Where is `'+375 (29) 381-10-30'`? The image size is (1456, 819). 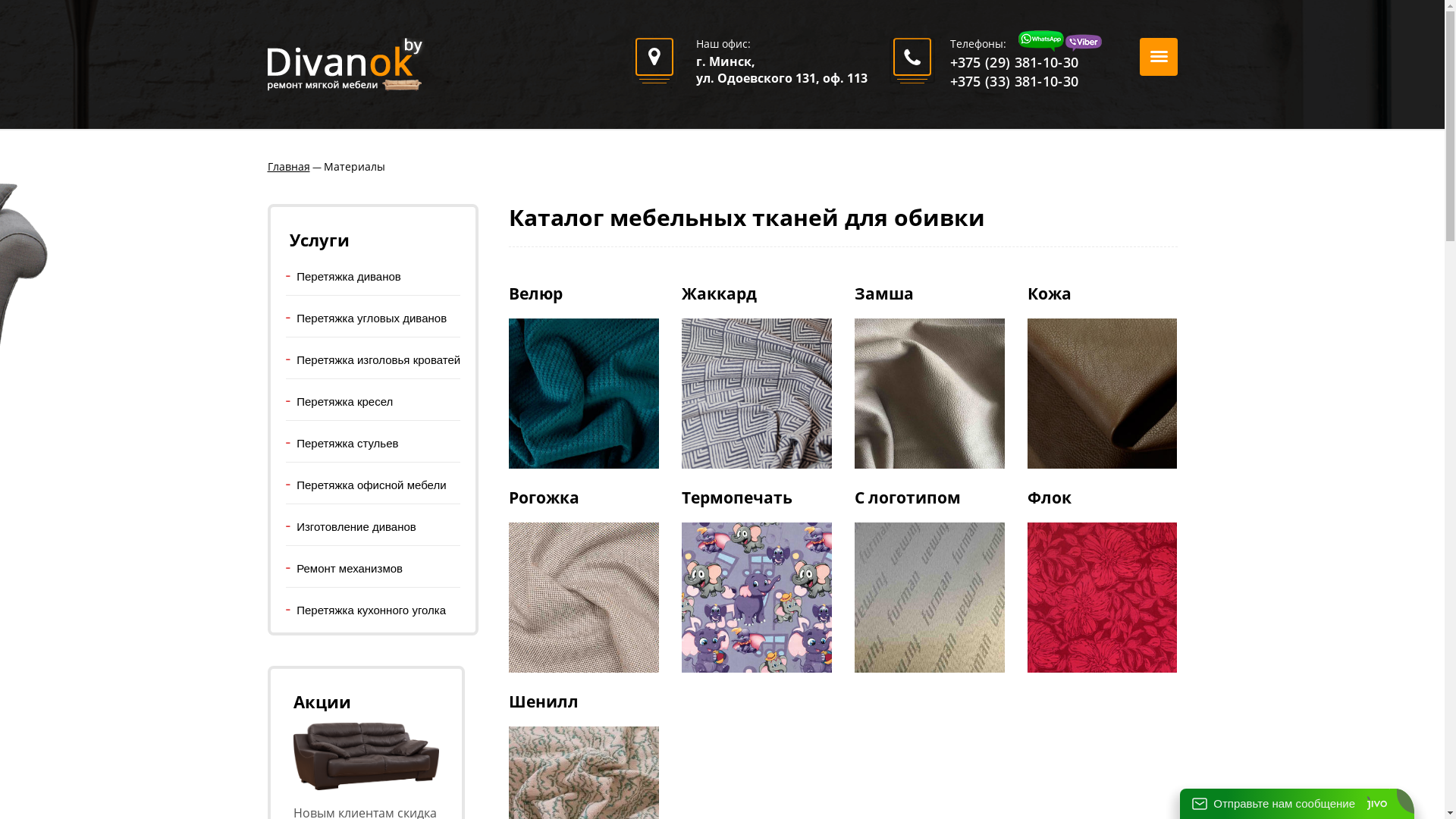 '+375 (29) 381-10-30' is located at coordinates (1014, 61).